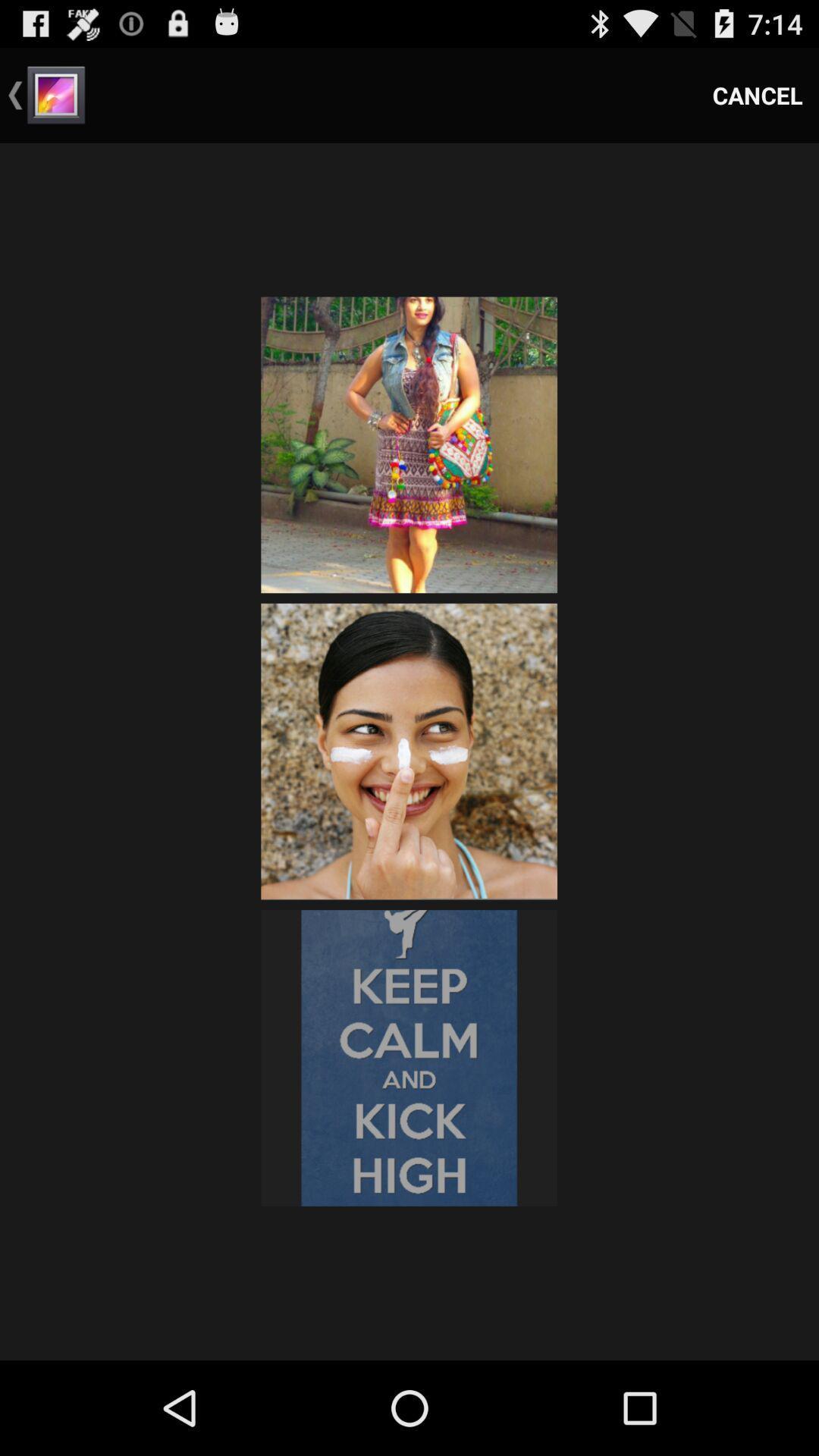 The height and width of the screenshot is (1456, 819). Describe the element at coordinates (758, 94) in the screenshot. I see `the icon at the top right corner` at that location.